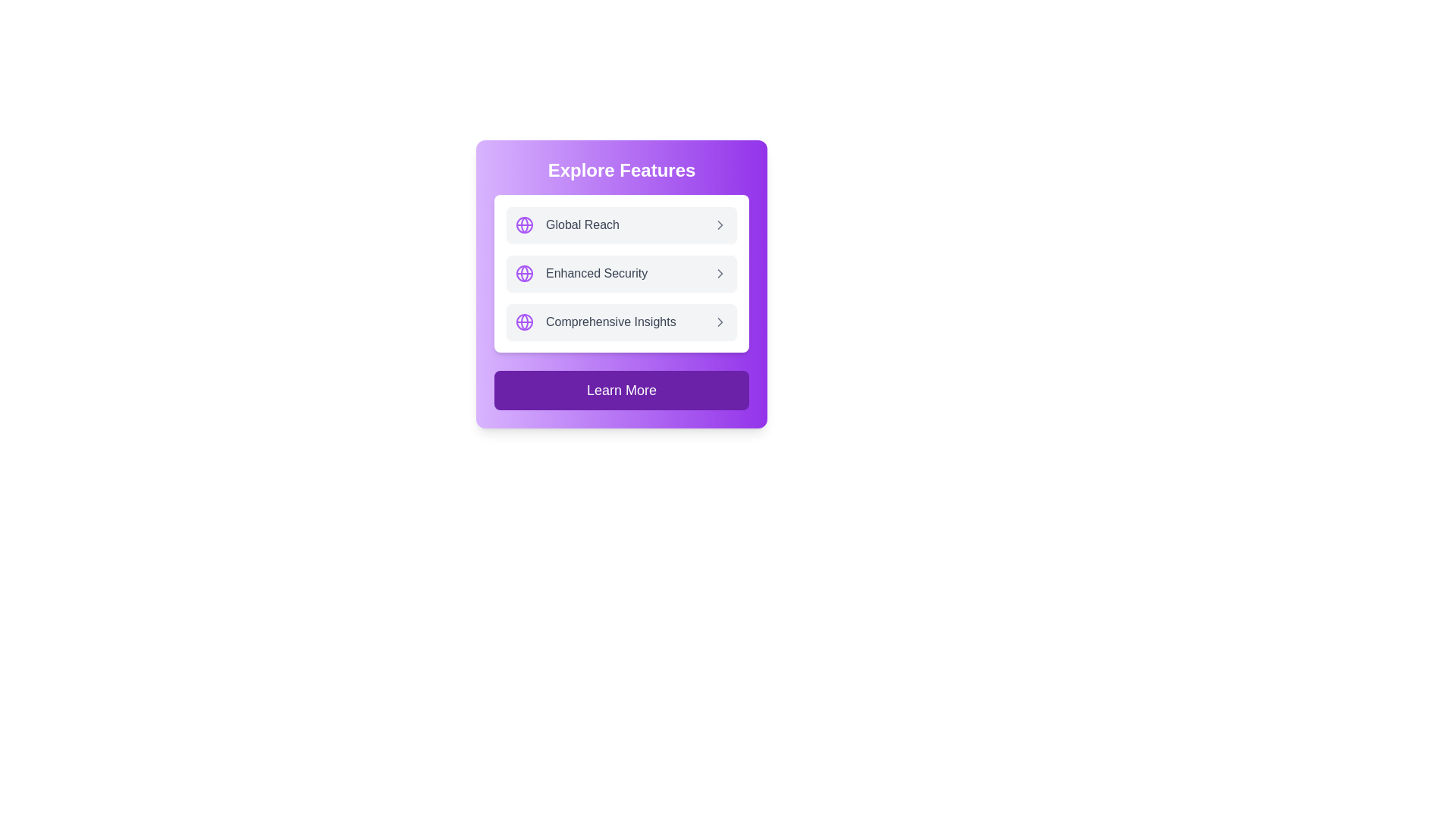 Image resolution: width=1456 pixels, height=819 pixels. I want to click on the selectable option labeled 'Enhanced Security' in the list, so click(622, 274).